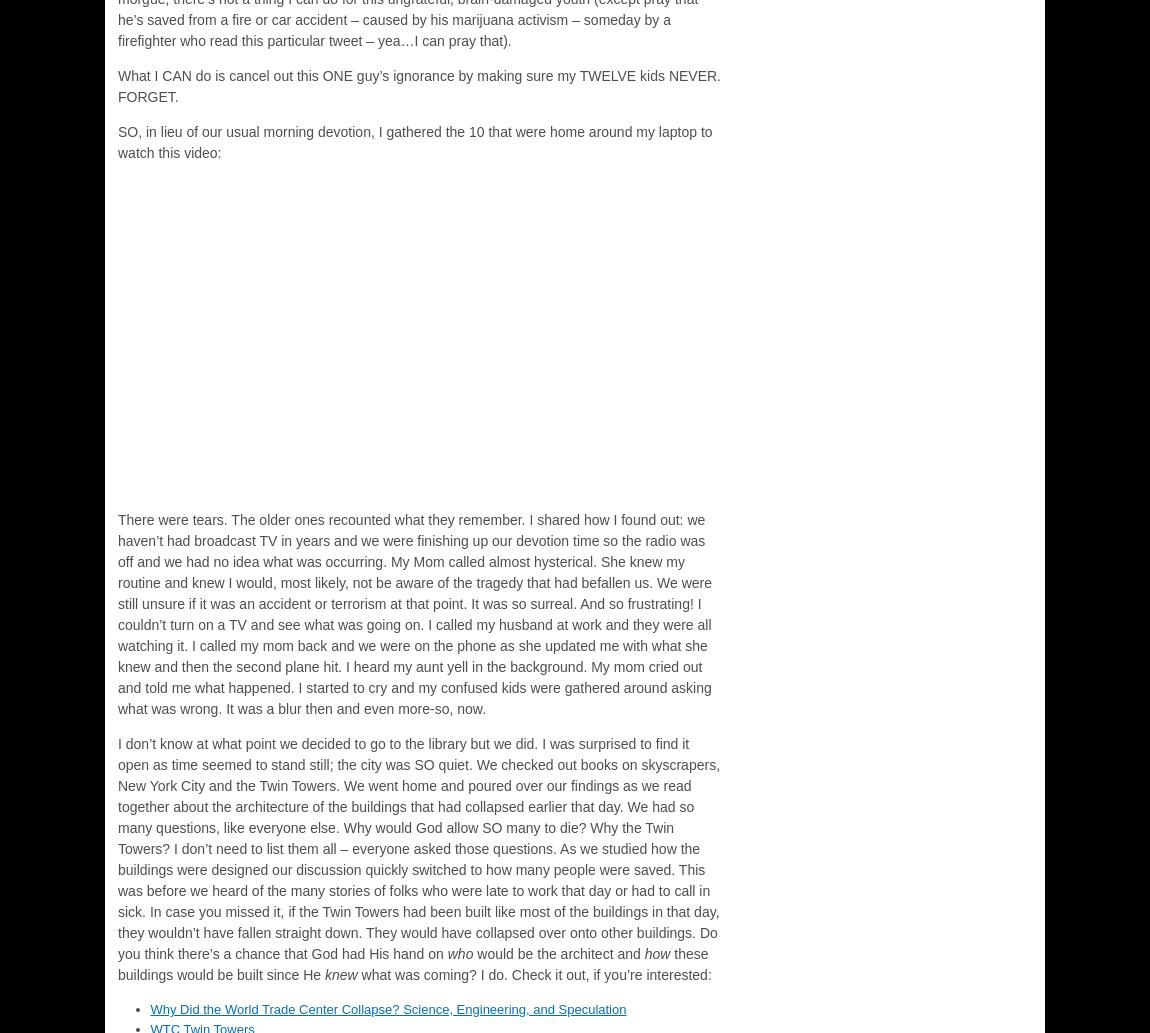 The width and height of the screenshot is (1150, 1033). I want to click on 'I don’t know at what point we decided to go to the library but we did. I was surprised to find it open as time seemed to stand still; the city was SO quiet. We checked out books on skyscrapers, New York City and the Twin Towers. We went home and poured over our findings as we read together about the architecture of the buildings that had collapsed earlier that day. We had so many questions, like everyone else. Why would God allow SO many to die? Why the Twin Towers? I don’t need to list them all – everyone asked those questions. As we studied how the buildings were designed our discussion quickly switched to how many people were saved. This was before we heard of the many stories of folks who were late to work that day or had to call in sick. In case you missed it, if the Twin Towers had been built like most of the buildings in that day, they wouldn’t have fallen straight down. They would have collapsed over onto other buildings. Do you think there’s a chance that God had His hand on', so click(116, 849).